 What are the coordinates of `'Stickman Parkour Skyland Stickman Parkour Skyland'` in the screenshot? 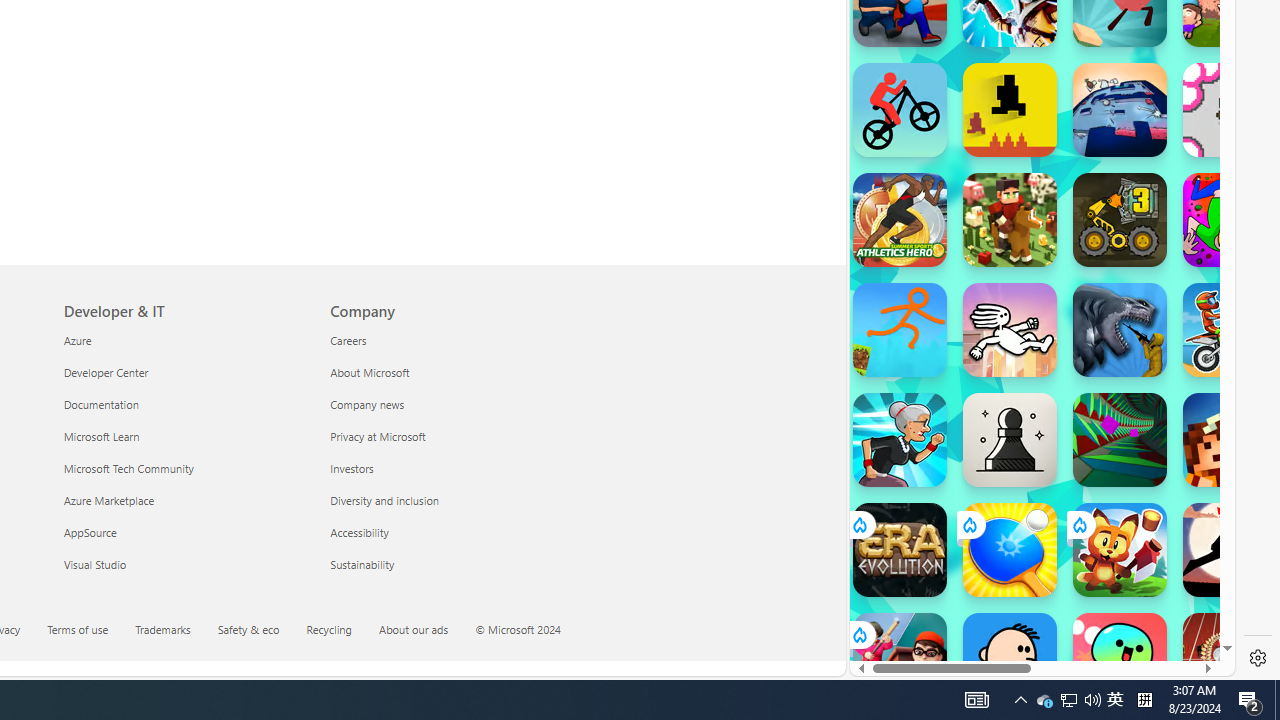 It's located at (898, 329).